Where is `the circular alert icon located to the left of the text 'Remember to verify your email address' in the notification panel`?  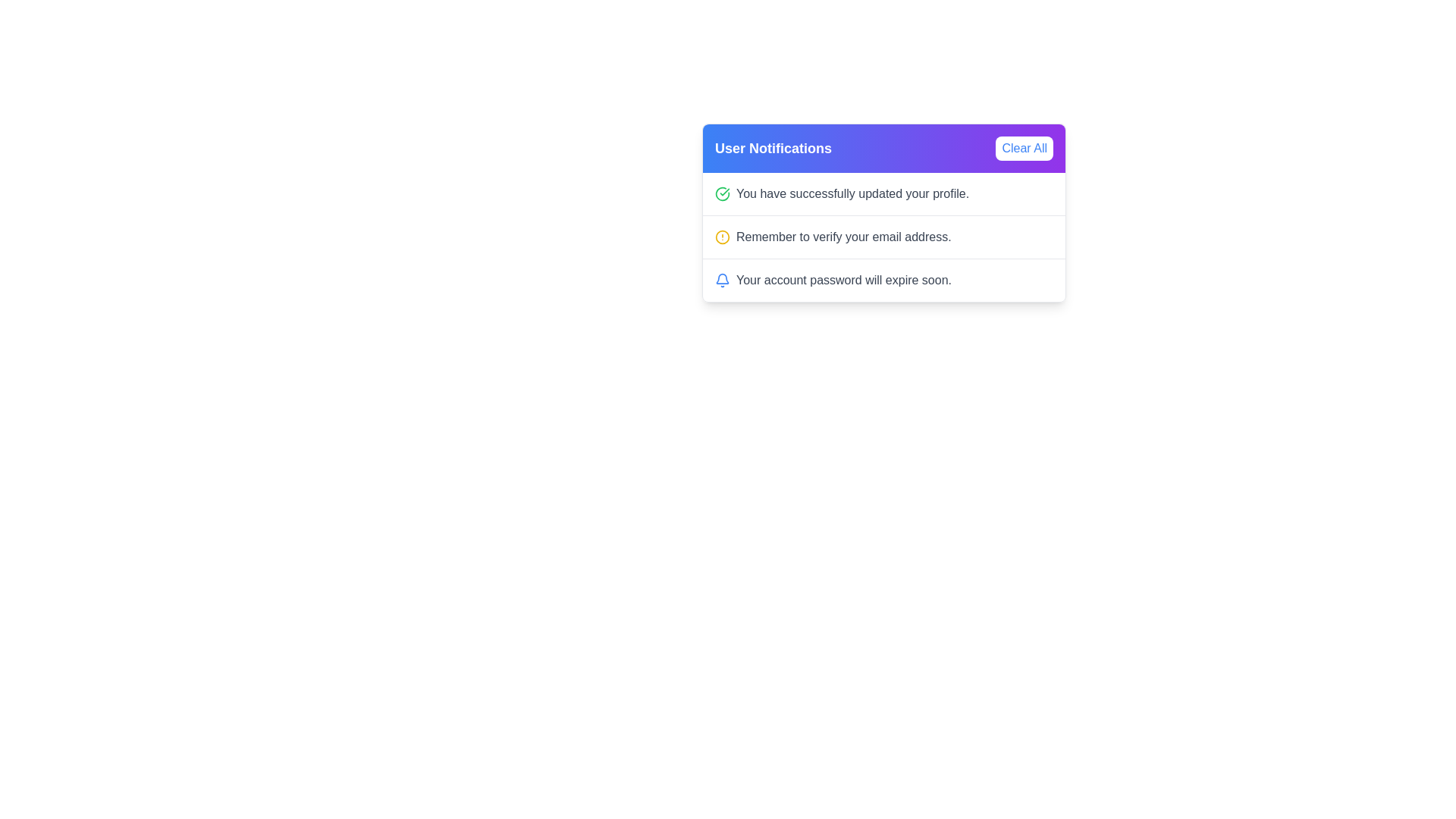
the circular alert icon located to the left of the text 'Remember to verify your email address' in the notification panel is located at coordinates (722, 237).